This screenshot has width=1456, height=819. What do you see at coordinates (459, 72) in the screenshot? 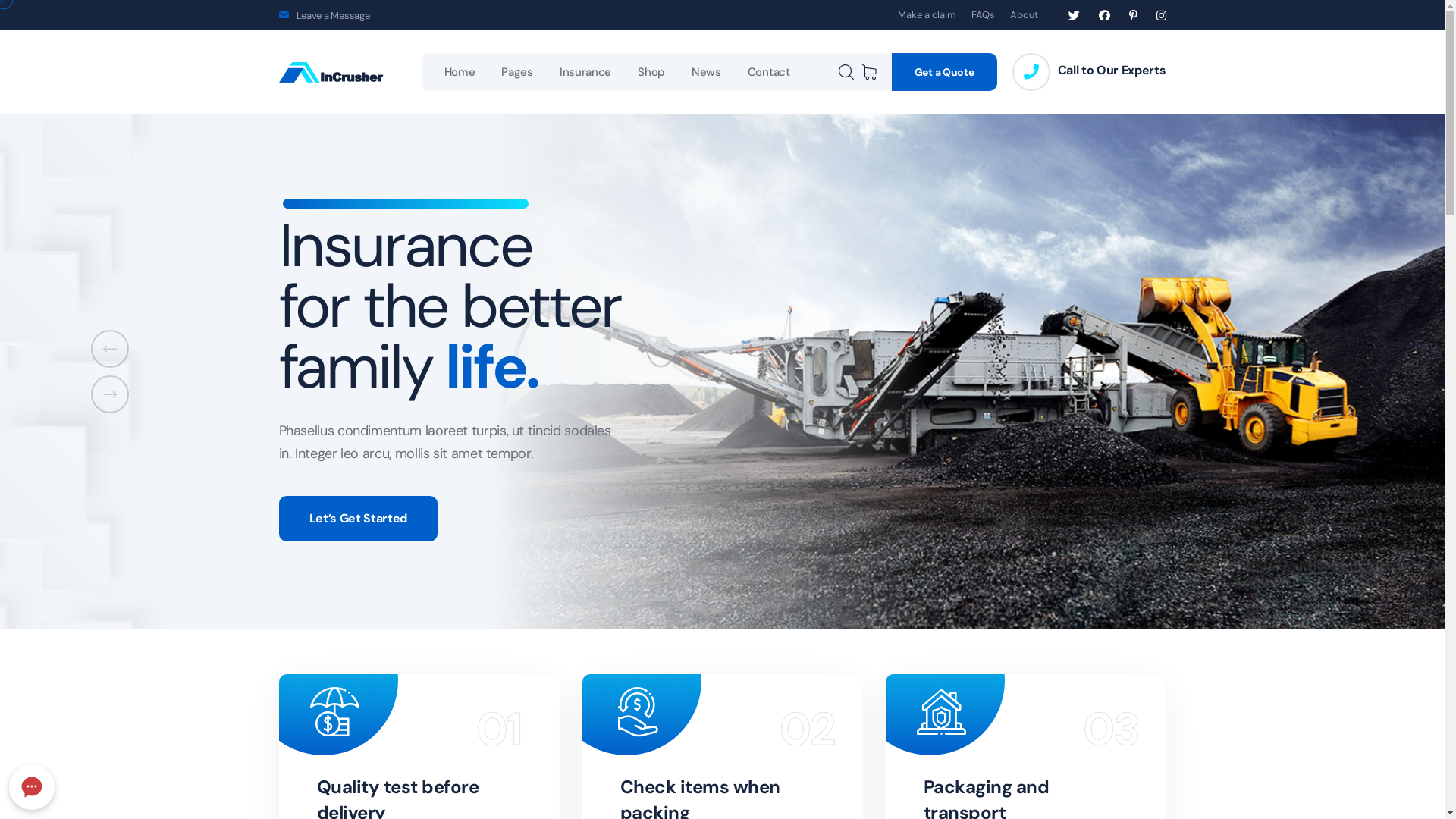
I see `'Home'` at bounding box center [459, 72].